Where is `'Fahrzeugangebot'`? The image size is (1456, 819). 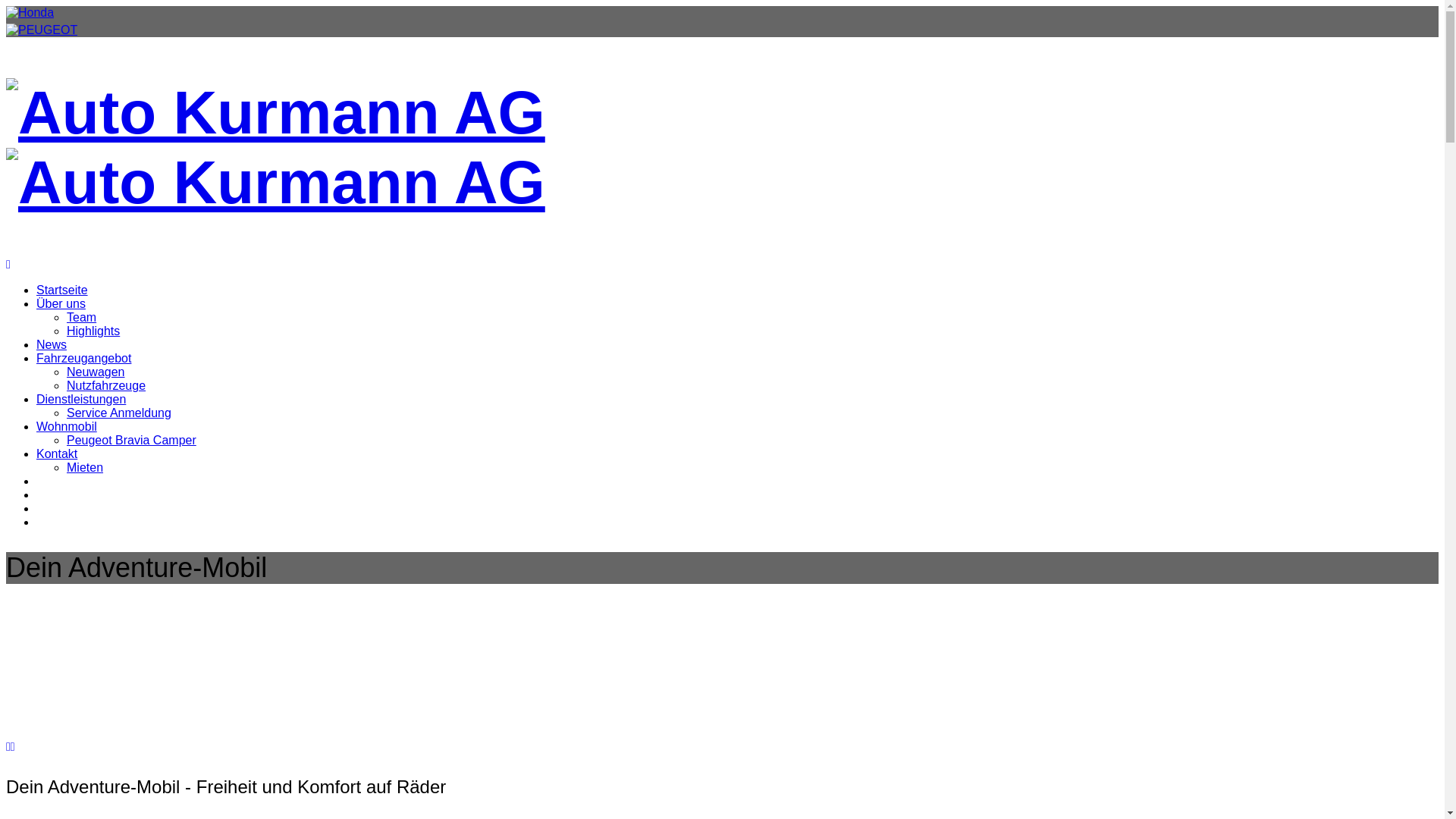
'Fahrzeugangebot' is located at coordinates (83, 358).